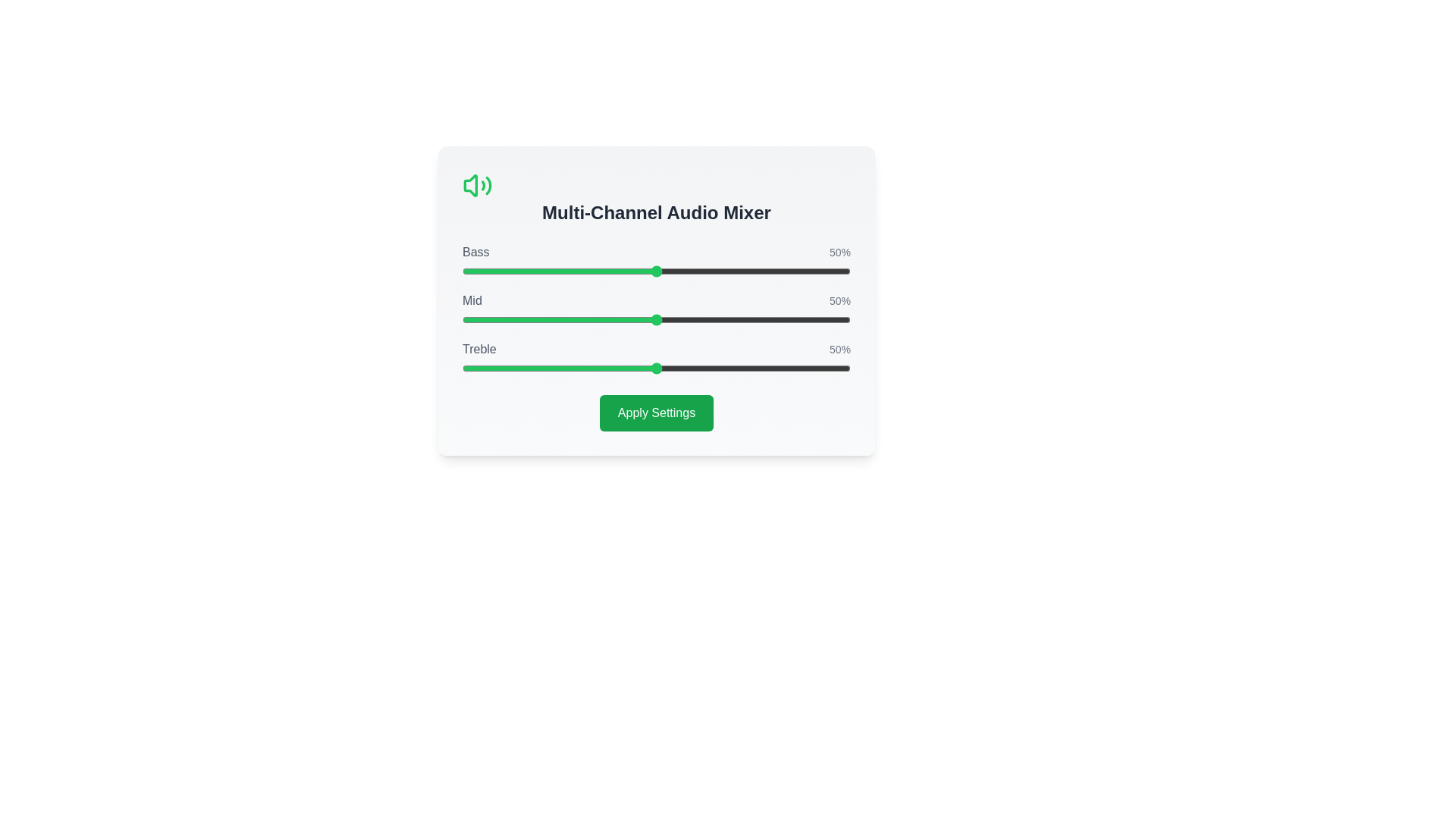 This screenshot has height=819, width=1456. Describe the element at coordinates (656, 413) in the screenshot. I see `the 'Apply Settings' button to confirm the changes` at that location.